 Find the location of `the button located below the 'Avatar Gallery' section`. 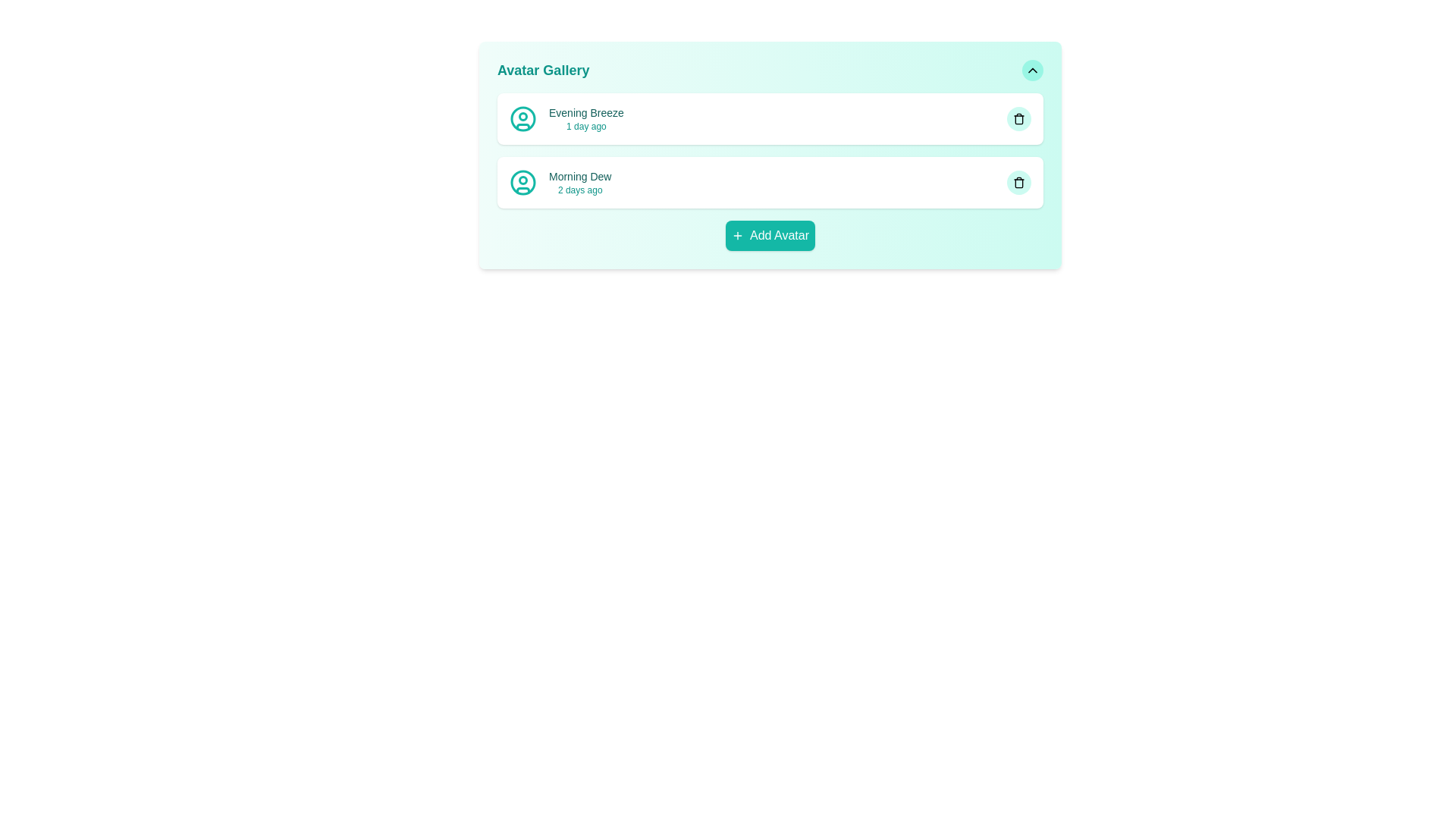

the button located below the 'Avatar Gallery' section is located at coordinates (770, 236).